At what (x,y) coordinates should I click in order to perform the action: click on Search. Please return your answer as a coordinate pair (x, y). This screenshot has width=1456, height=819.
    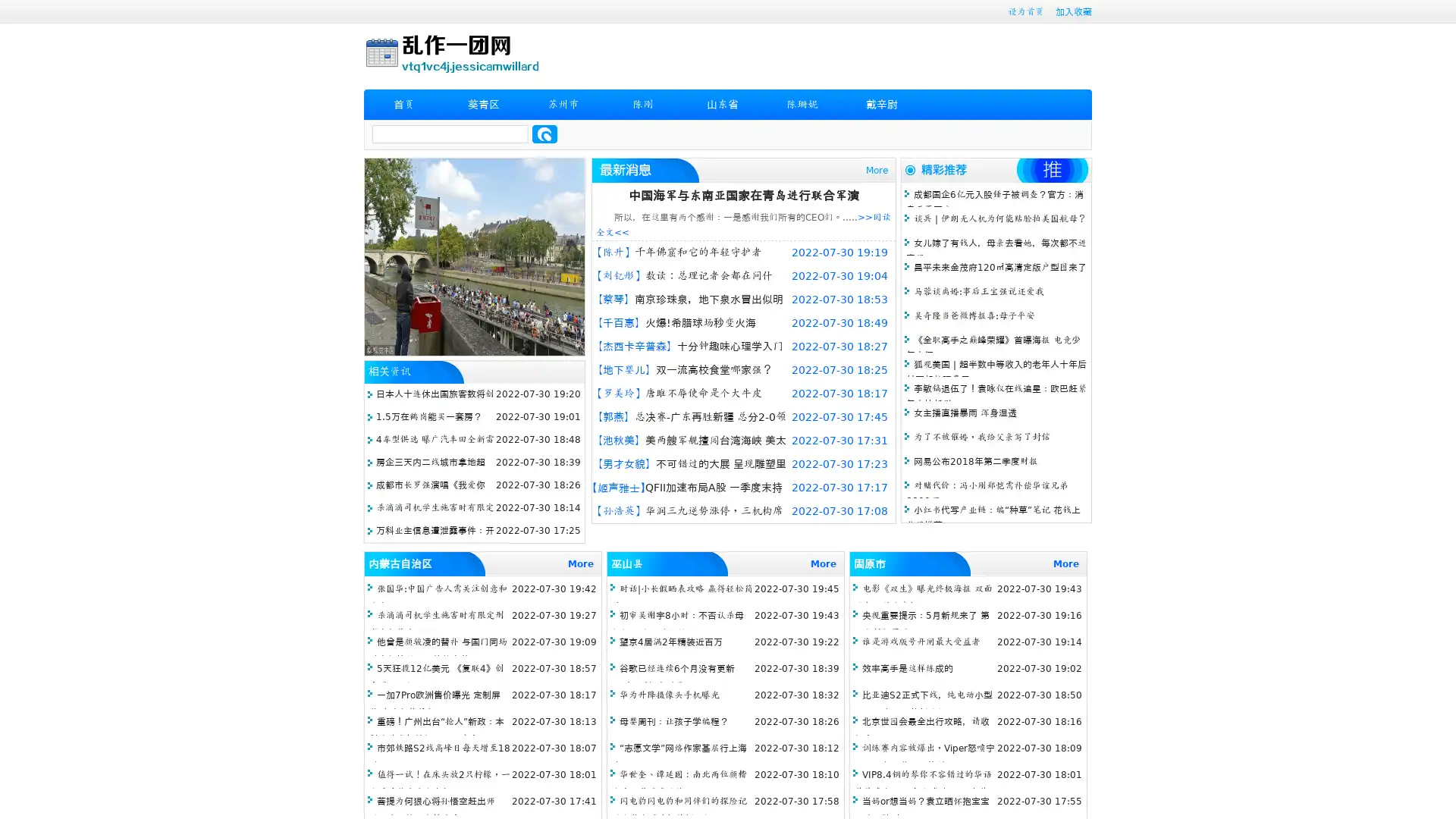
    Looking at the image, I should click on (544, 133).